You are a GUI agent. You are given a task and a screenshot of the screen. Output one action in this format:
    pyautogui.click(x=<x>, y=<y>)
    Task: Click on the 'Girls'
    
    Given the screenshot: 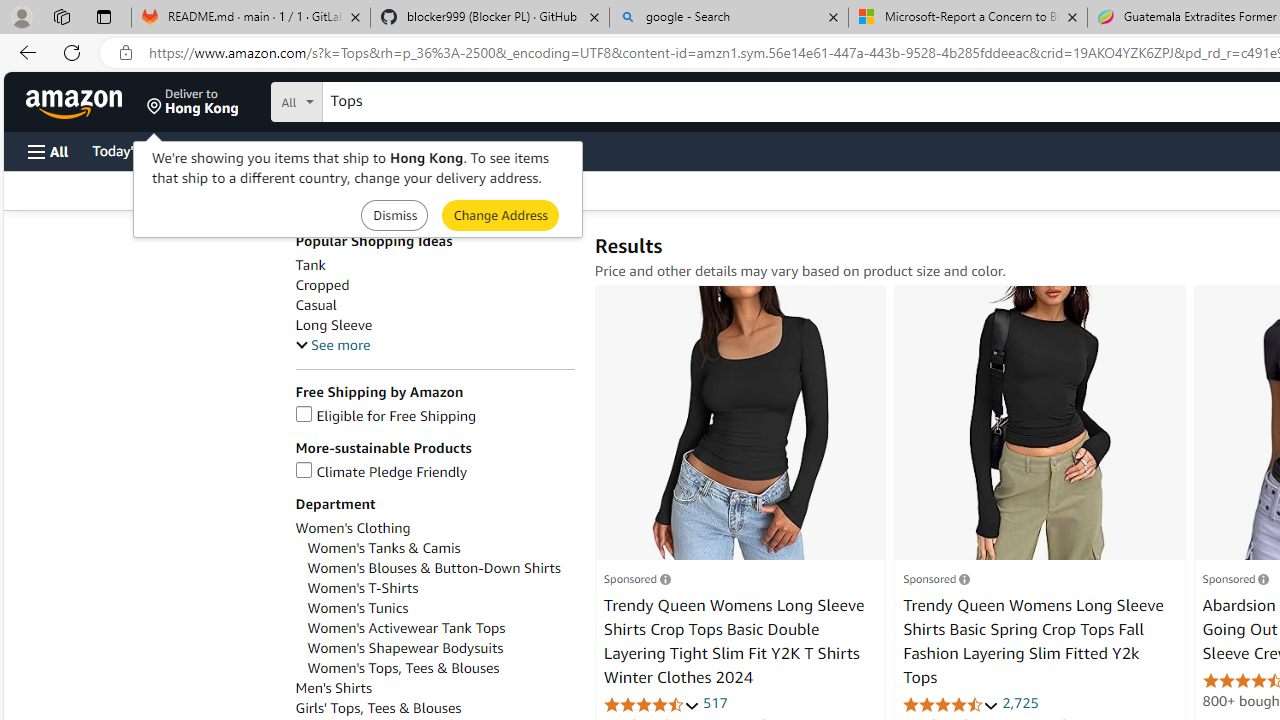 What is the action you would take?
    pyautogui.click(x=378, y=707)
    